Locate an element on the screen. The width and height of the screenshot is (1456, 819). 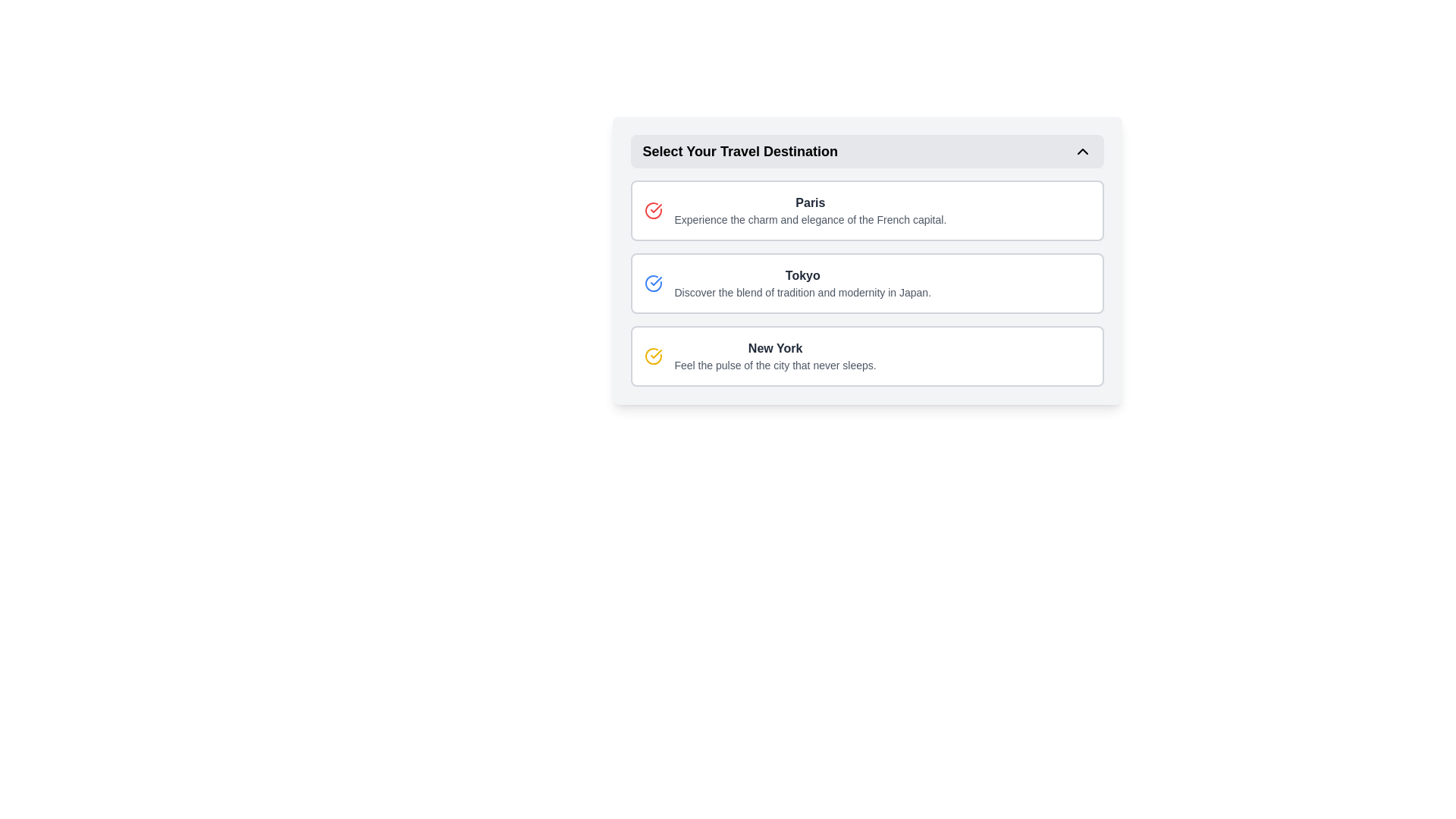
the text label displaying 'Discover the blend of tradition and modernity in Japan.' which is positioned below the title 'Tokyo' in the selection list is located at coordinates (802, 292).